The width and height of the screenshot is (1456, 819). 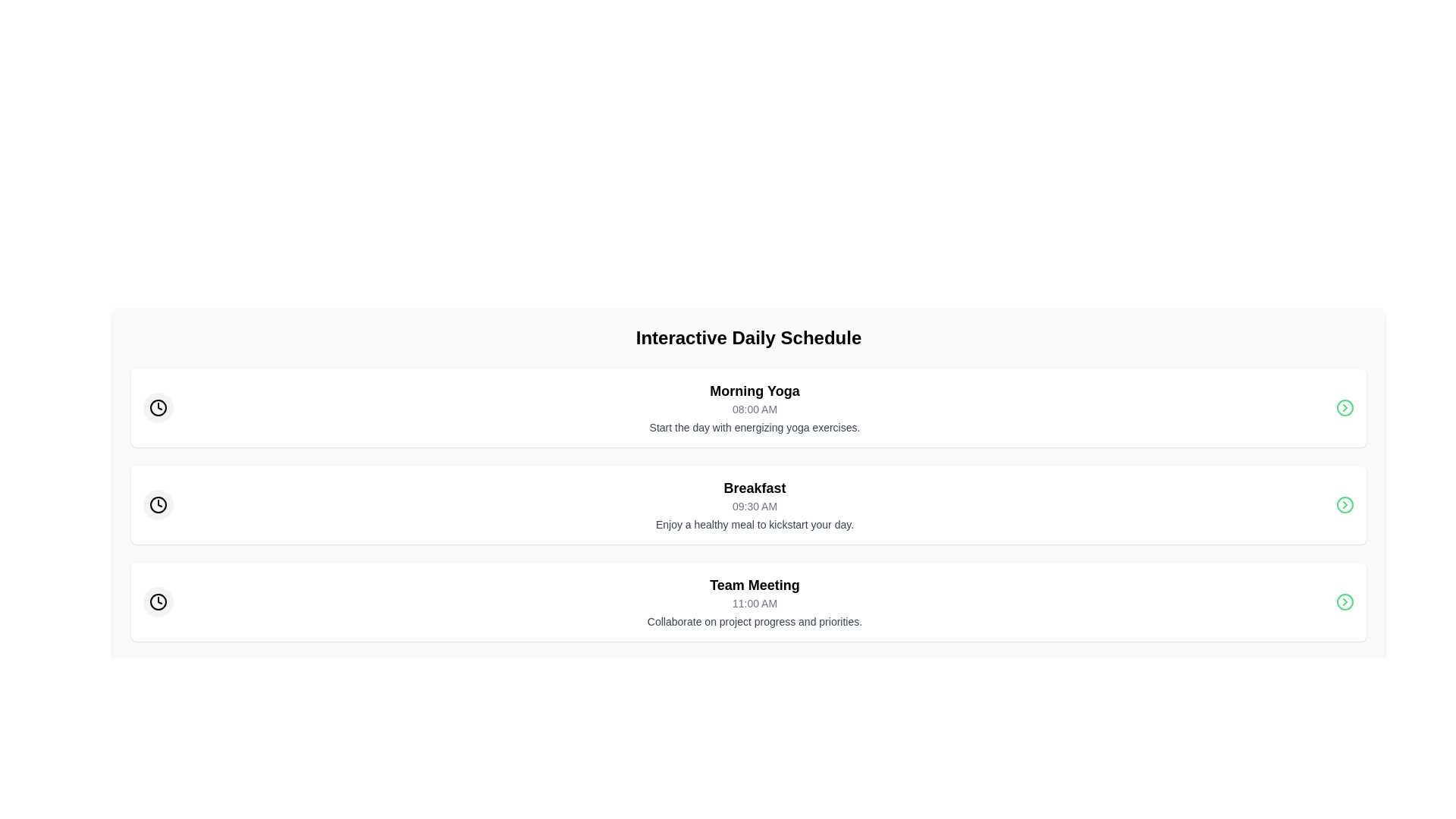 What do you see at coordinates (755, 601) in the screenshot?
I see `the 'Team Meeting' descriptive card` at bounding box center [755, 601].